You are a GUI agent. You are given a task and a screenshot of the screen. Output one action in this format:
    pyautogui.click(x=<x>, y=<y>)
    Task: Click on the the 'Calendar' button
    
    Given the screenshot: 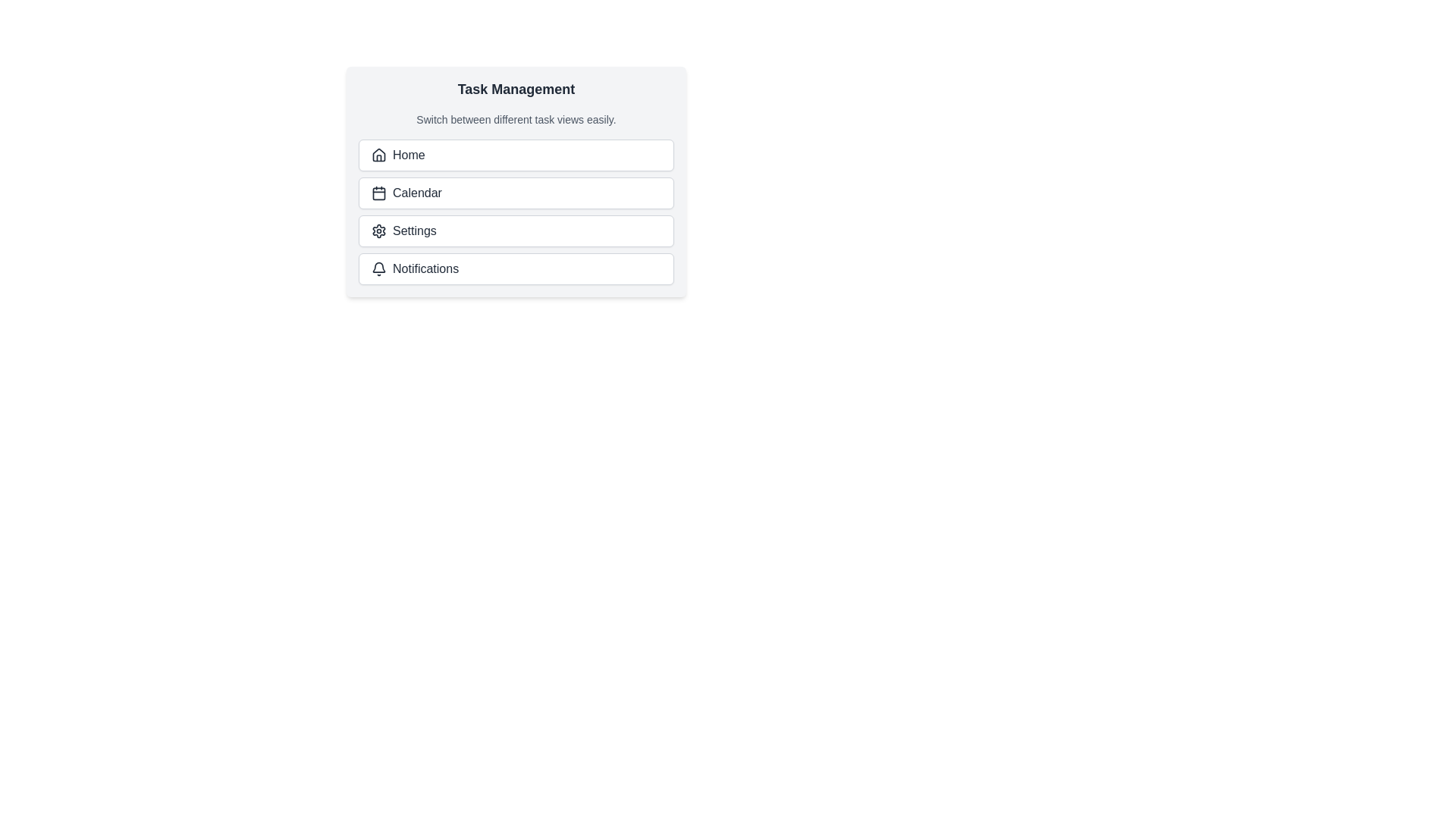 What is the action you would take?
    pyautogui.click(x=516, y=180)
    